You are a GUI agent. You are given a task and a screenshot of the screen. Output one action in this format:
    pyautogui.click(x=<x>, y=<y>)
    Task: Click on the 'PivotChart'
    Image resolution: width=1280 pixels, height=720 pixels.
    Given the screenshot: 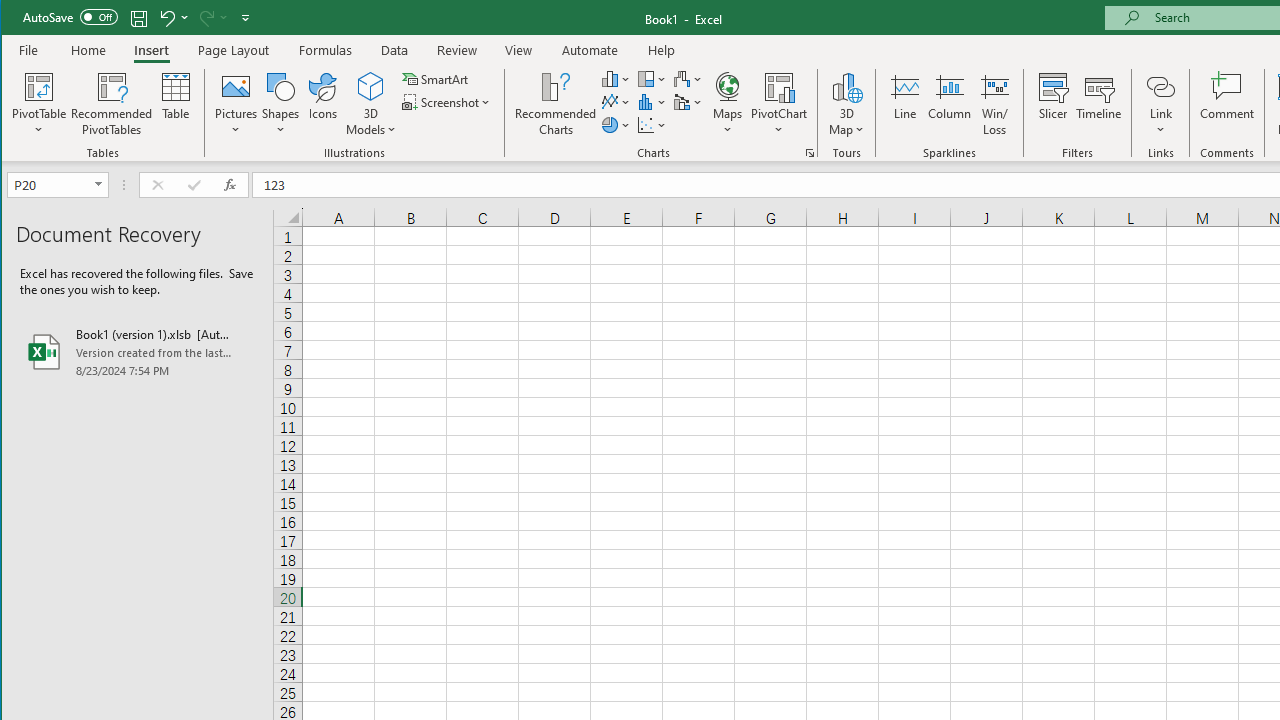 What is the action you would take?
    pyautogui.click(x=778, y=85)
    